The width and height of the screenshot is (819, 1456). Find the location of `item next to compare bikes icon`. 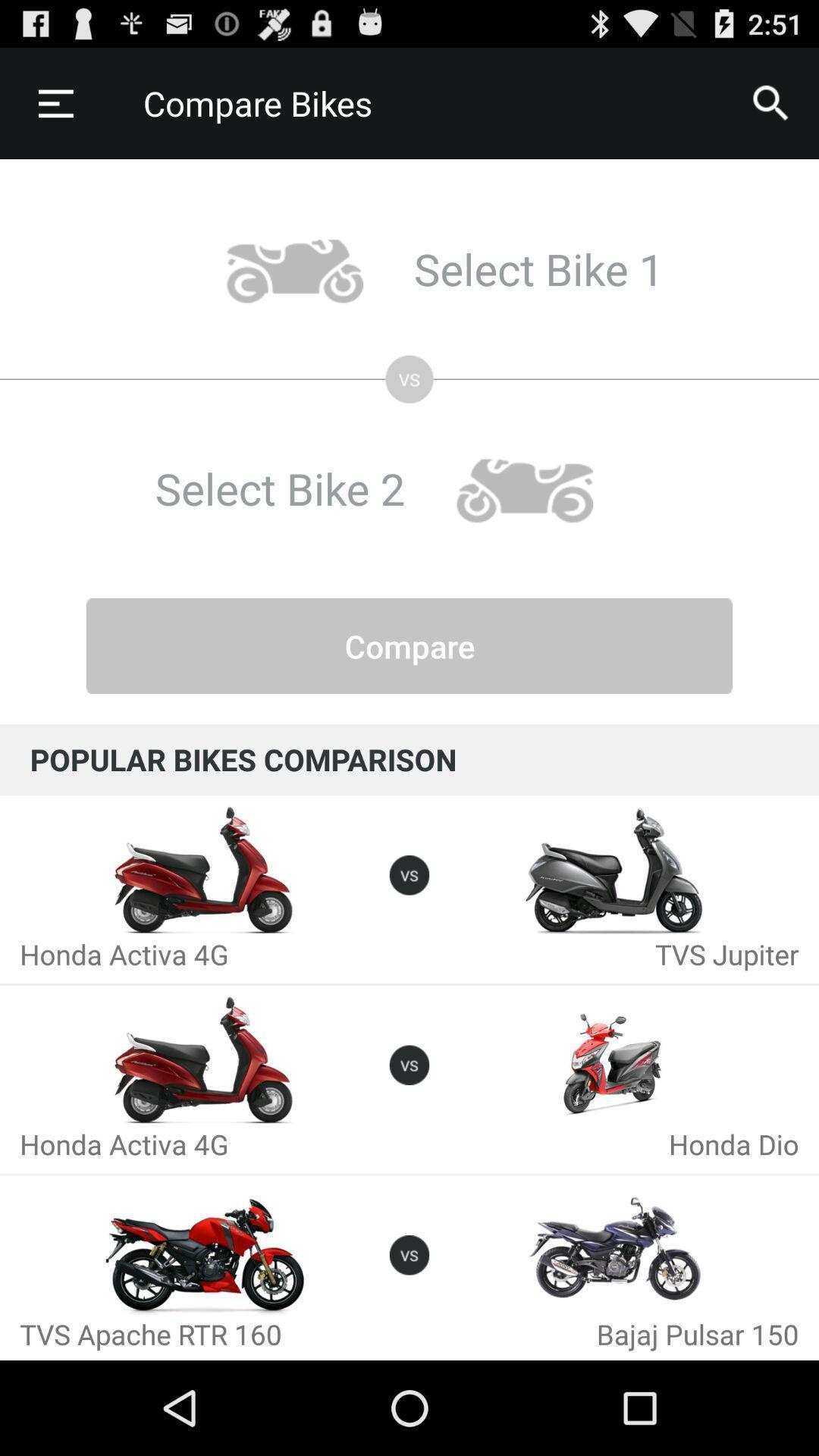

item next to compare bikes icon is located at coordinates (55, 102).